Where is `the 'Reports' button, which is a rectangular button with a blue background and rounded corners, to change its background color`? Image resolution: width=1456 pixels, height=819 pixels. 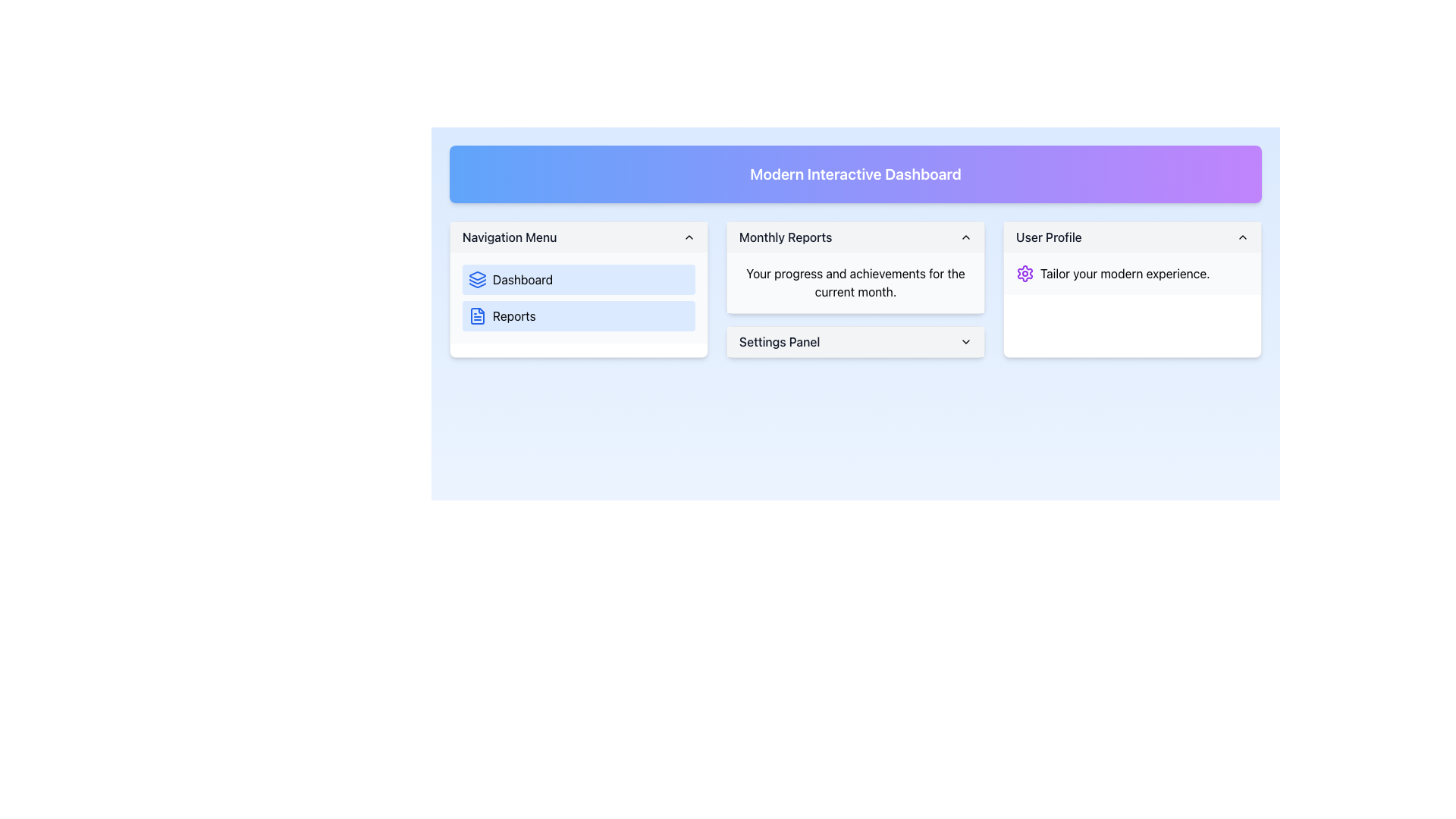 the 'Reports' button, which is a rectangular button with a blue background and rounded corners, to change its background color is located at coordinates (578, 315).